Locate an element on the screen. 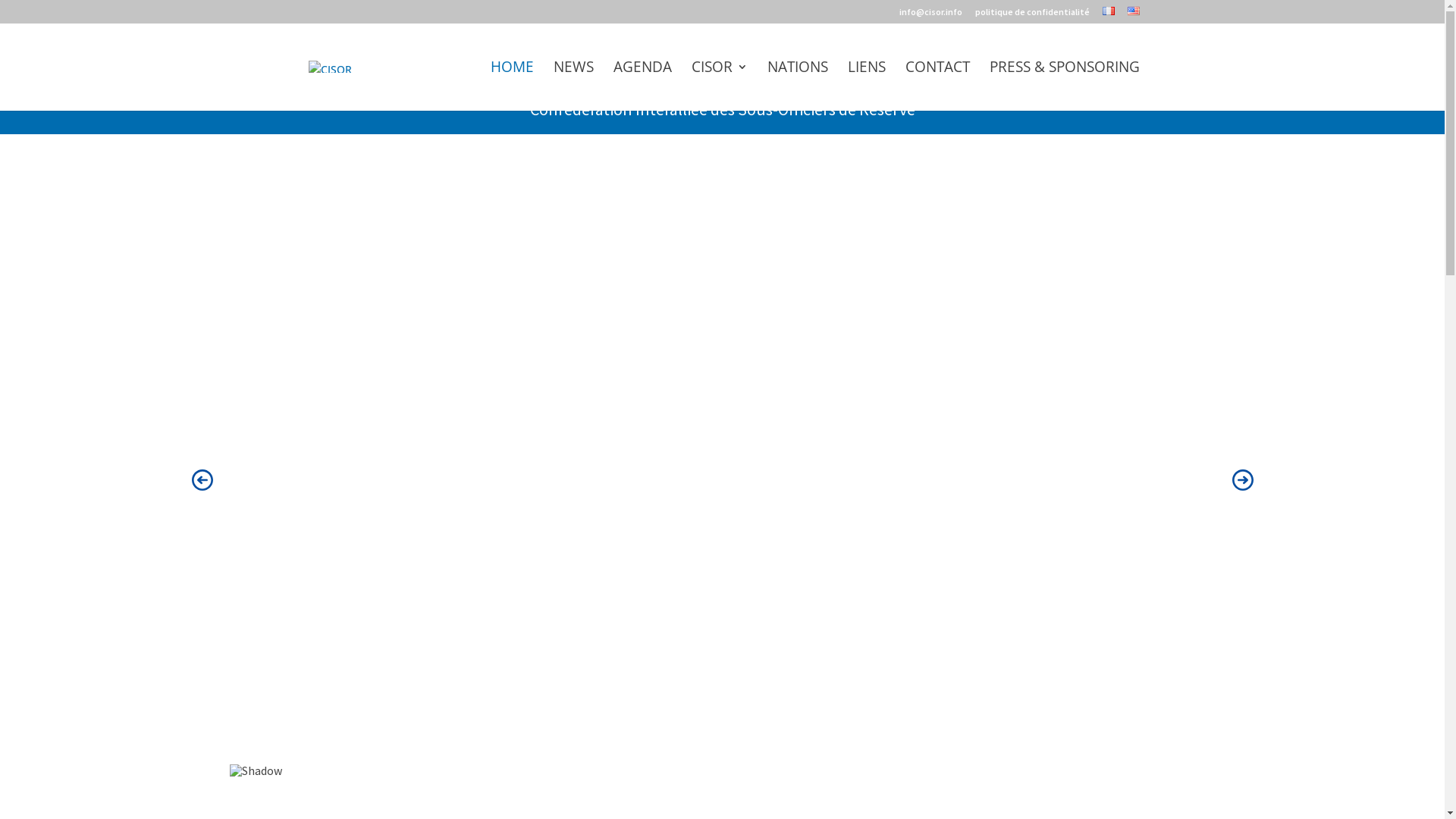  'AGENDA' is located at coordinates (612, 86).